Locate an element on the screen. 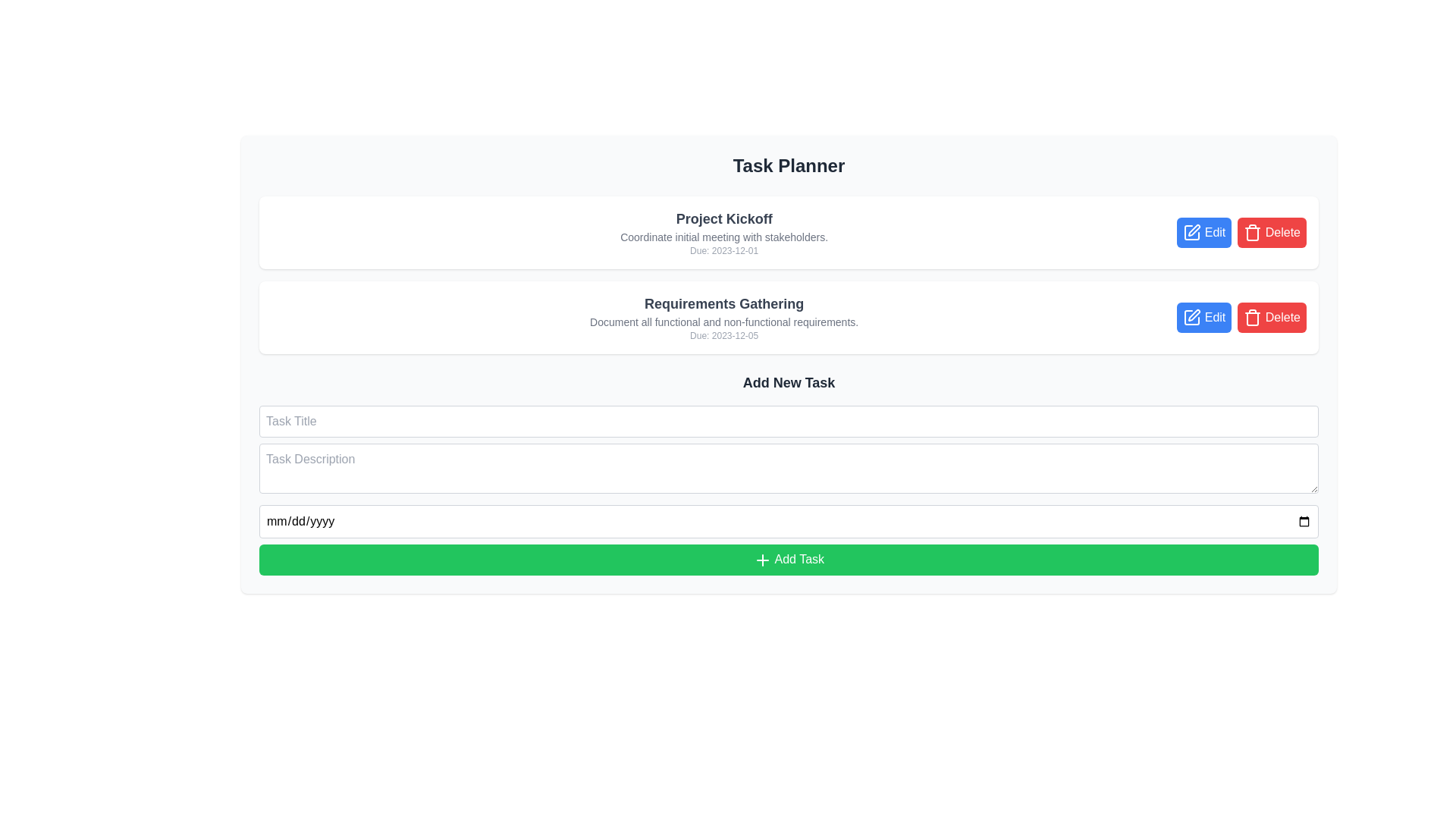  the red 'Delete' button located in the top-right of the task block is located at coordinates (1272, 233).